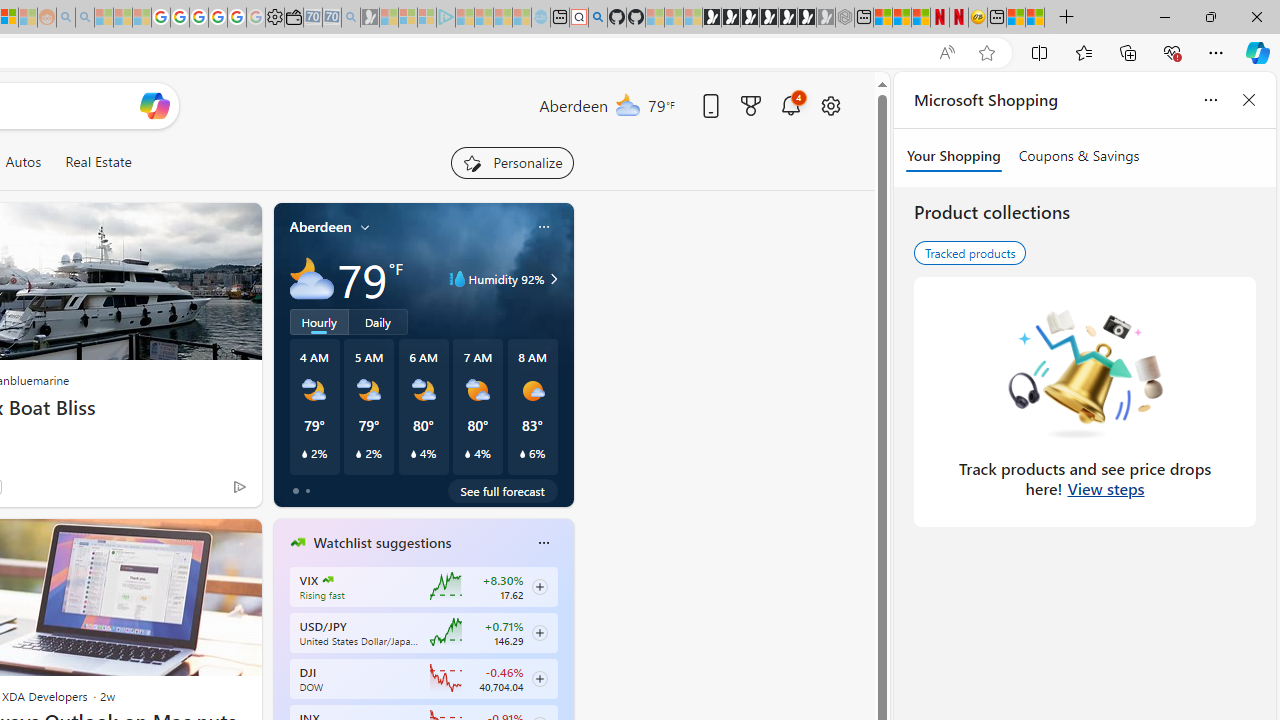 This screenshot has width=1280, height=720. What do you see at coordinates (154, 105) in the screenshot?
I see `'Open Copilot'` at bounding box center [154, 105].